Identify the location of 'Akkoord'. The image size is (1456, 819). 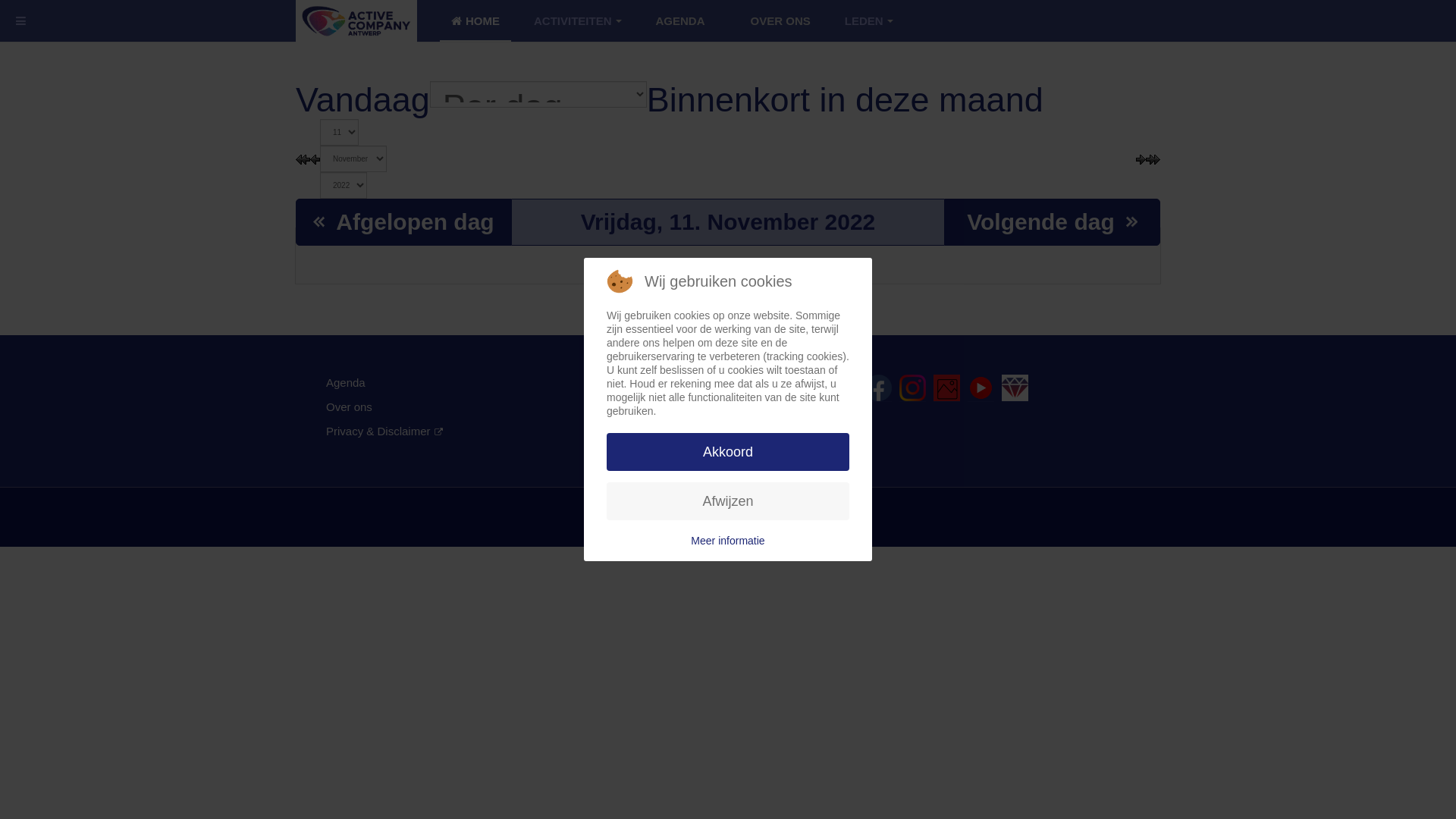
(728, 451).